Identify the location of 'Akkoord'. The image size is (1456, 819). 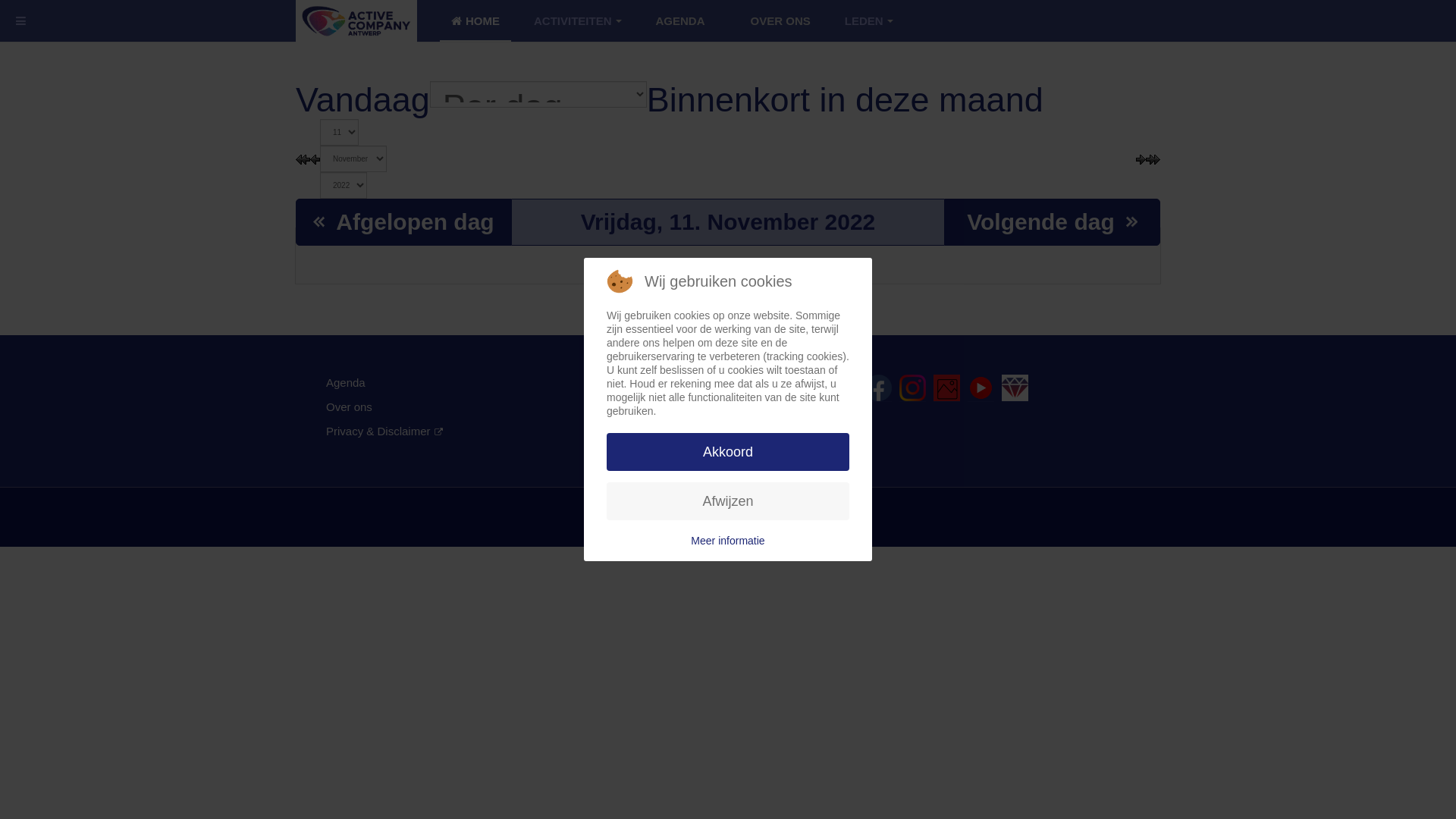
(728, 451).